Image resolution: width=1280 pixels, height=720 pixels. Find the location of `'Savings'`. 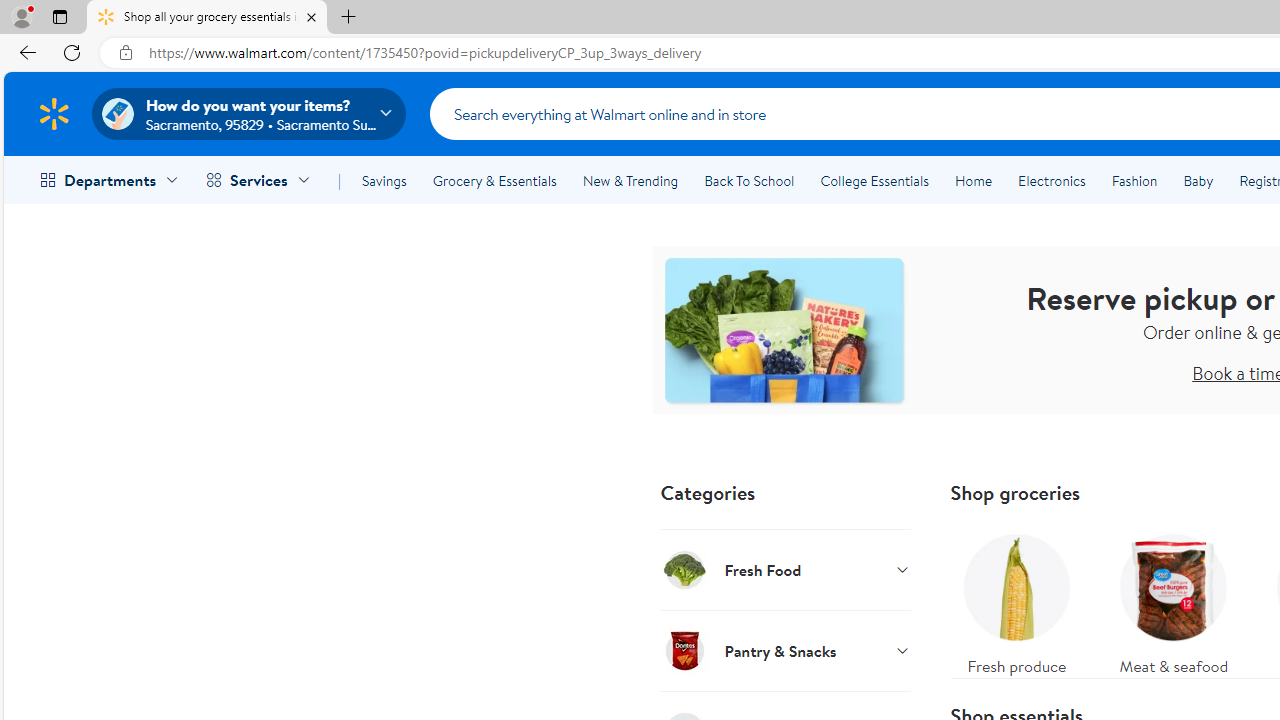

'Savings' is located at coordinates (384, 181).